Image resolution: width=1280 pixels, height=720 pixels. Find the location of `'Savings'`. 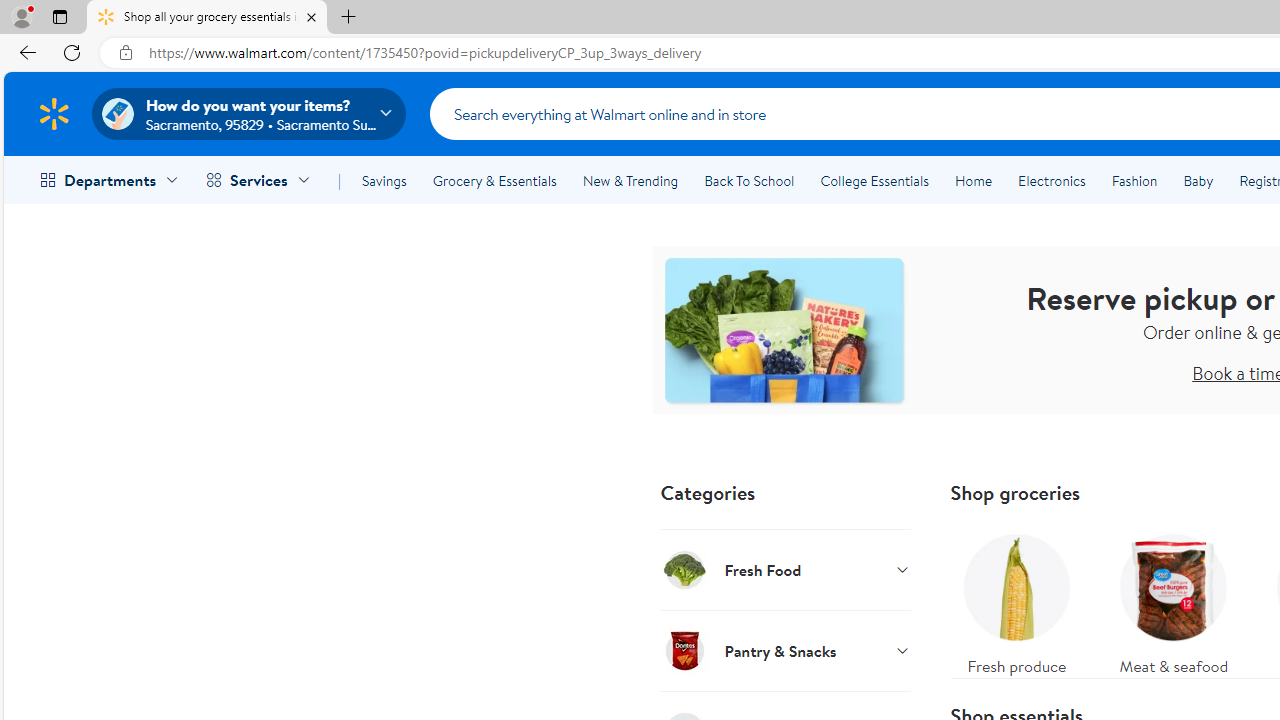

'Savings' is located at coordinates (384, 181).